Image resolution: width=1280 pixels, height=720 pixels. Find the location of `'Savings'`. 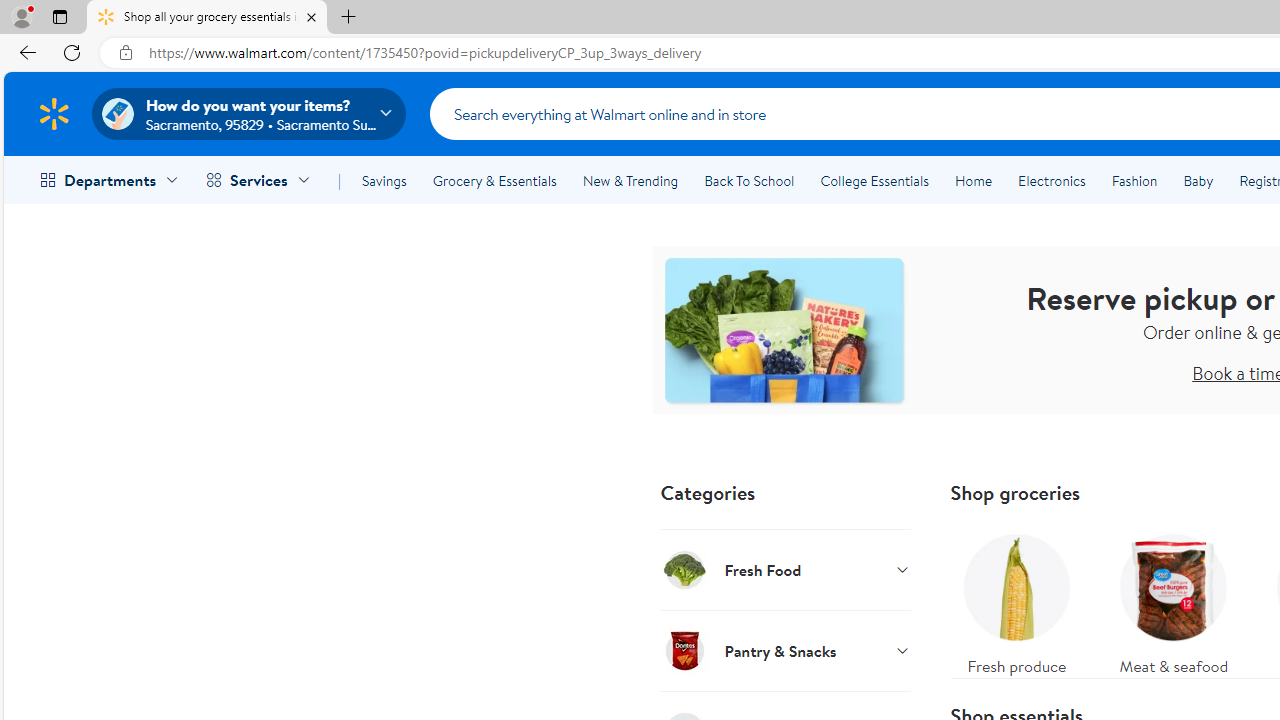

'Savings' is located at coordinates (384, 181).